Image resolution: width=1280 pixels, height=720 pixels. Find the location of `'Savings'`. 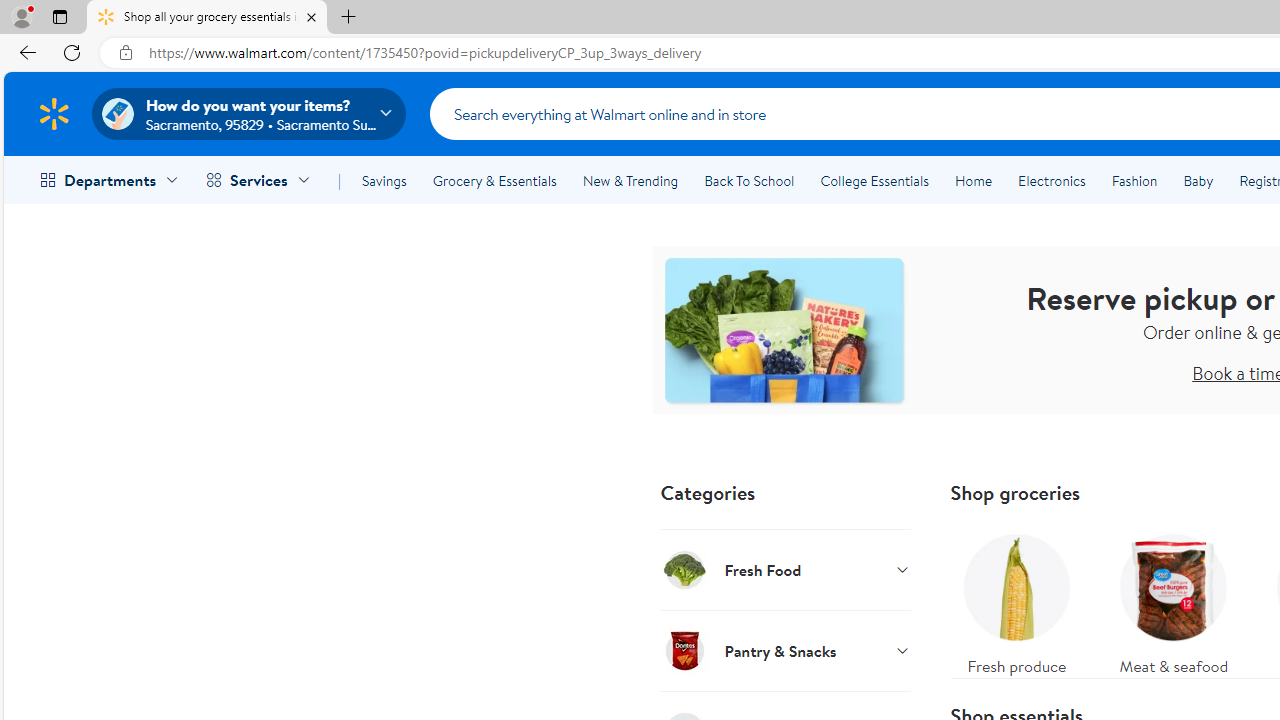

'Savings' is located at coordinates (384, 181).